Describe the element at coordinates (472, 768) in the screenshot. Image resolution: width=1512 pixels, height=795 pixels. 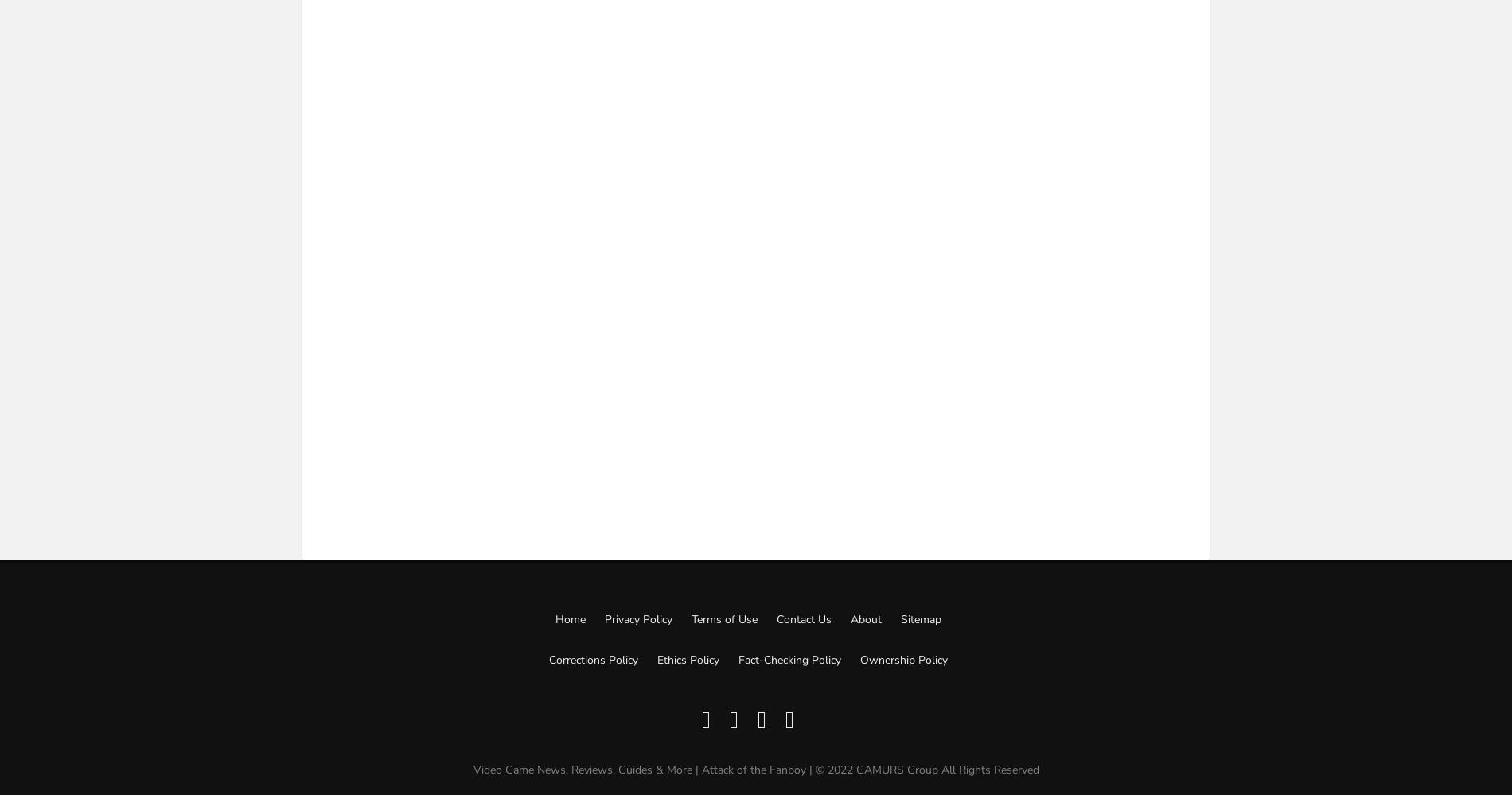
I see `'Video Game News, Reviews, Guides & More | Attack of the Fanboy | © 2022 GAMURS Group All Rights Reserved'` at that location.